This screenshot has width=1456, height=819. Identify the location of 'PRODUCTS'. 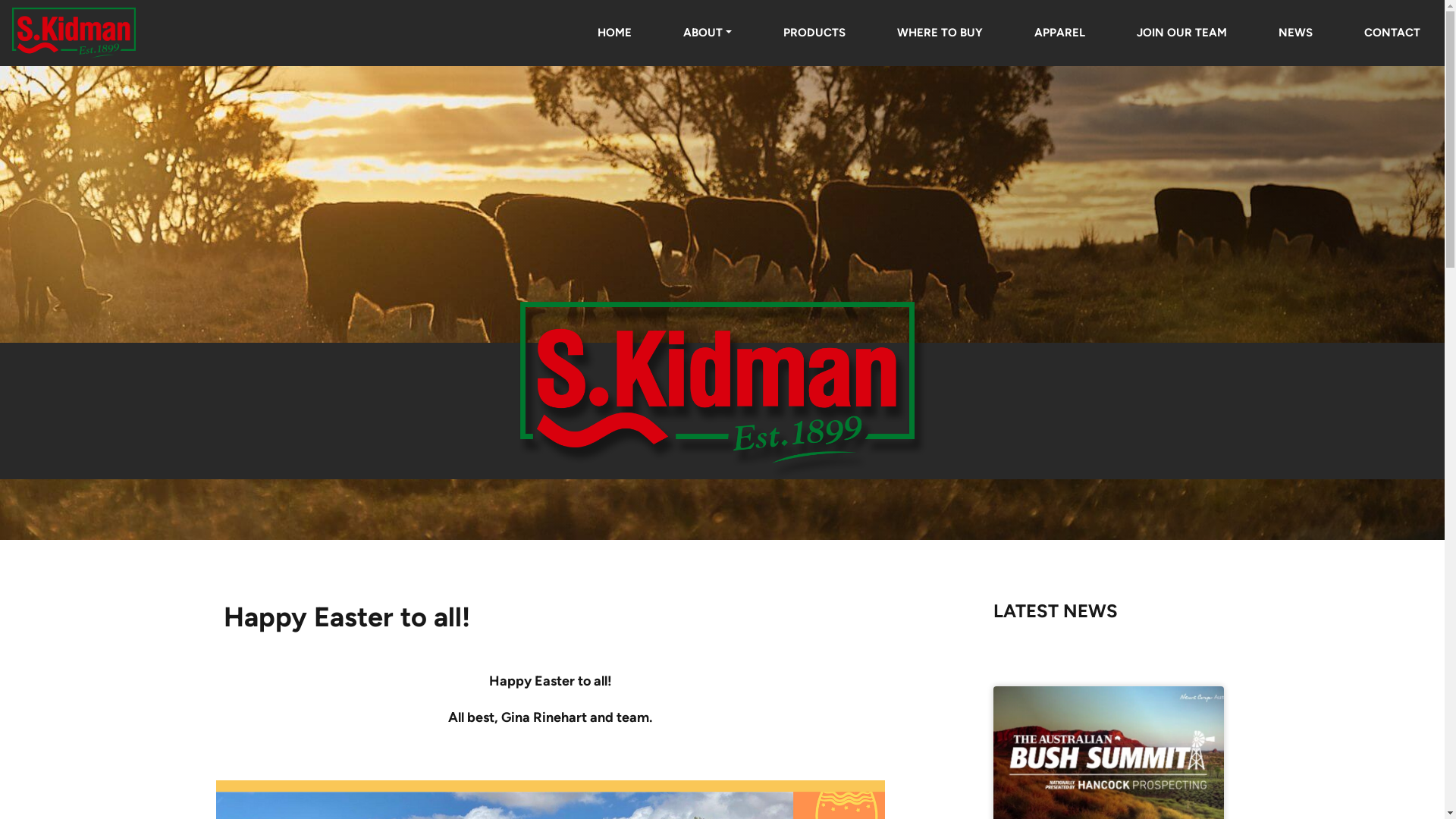
(759, 32).